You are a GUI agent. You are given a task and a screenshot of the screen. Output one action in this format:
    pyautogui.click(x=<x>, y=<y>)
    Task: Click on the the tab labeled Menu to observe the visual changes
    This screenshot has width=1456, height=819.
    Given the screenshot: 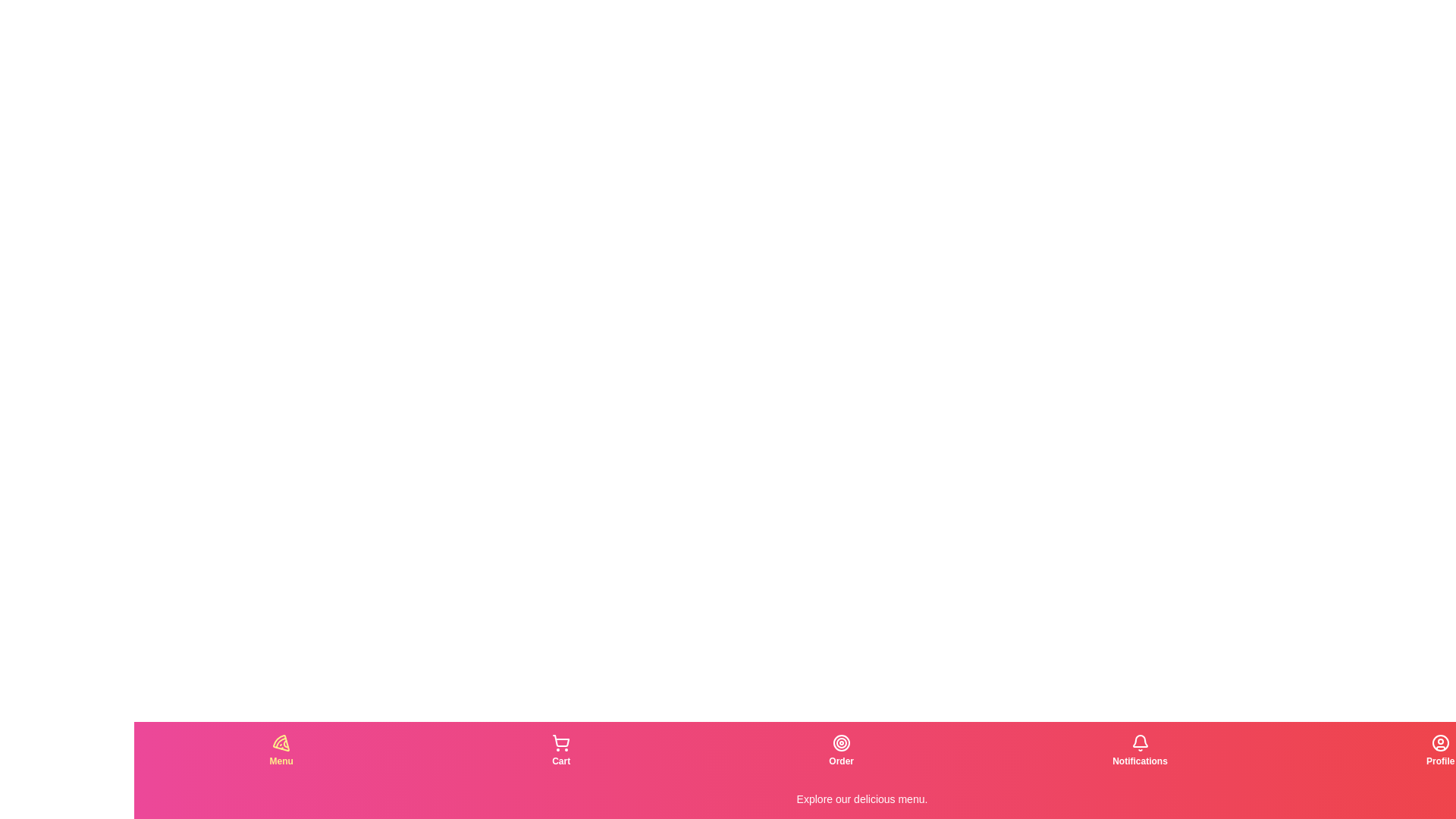 What is the action you would take?
    pyautogui.click(x=281, y=751)
    